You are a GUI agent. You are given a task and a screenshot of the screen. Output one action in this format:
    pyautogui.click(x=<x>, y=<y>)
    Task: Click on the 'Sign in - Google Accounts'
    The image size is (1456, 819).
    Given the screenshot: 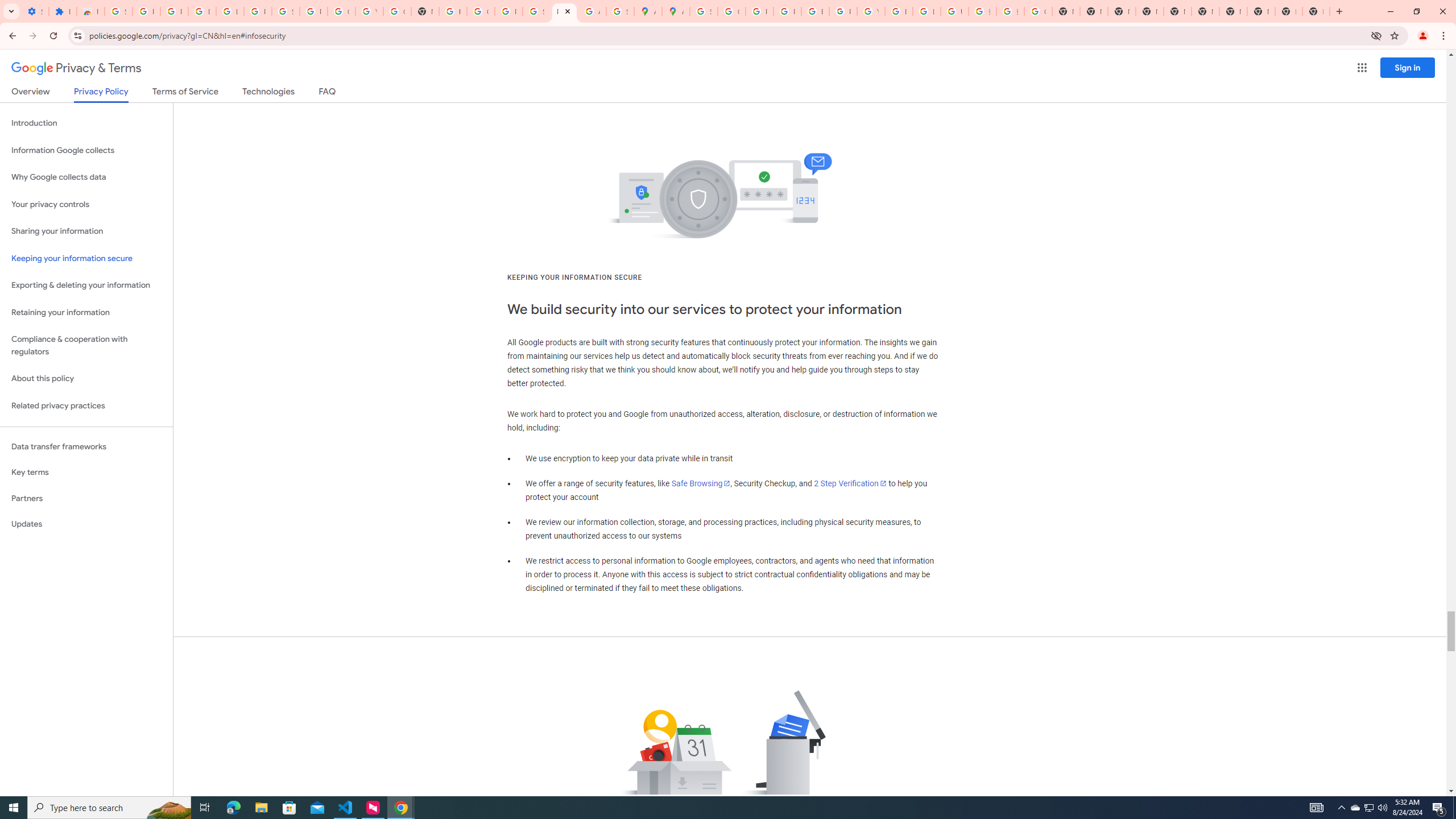 What is the action you would take?
    pyautogui.click(x=118, y=11)
    